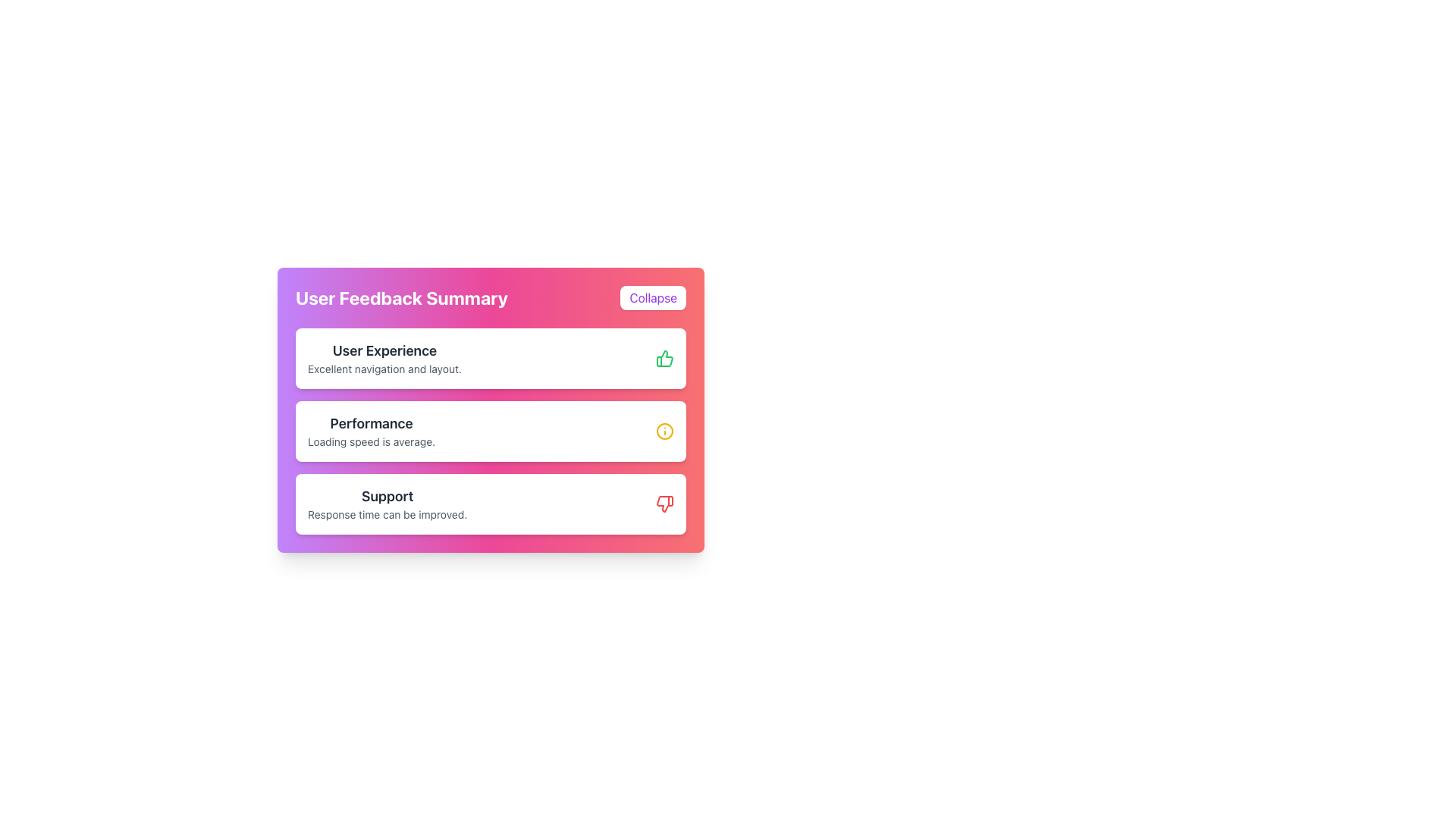  Describe the element at coordinates (491, 431) in the screenshot. I see `the performance feedback card located below the 'User Experience' card in the user feedback summary box` at that location.